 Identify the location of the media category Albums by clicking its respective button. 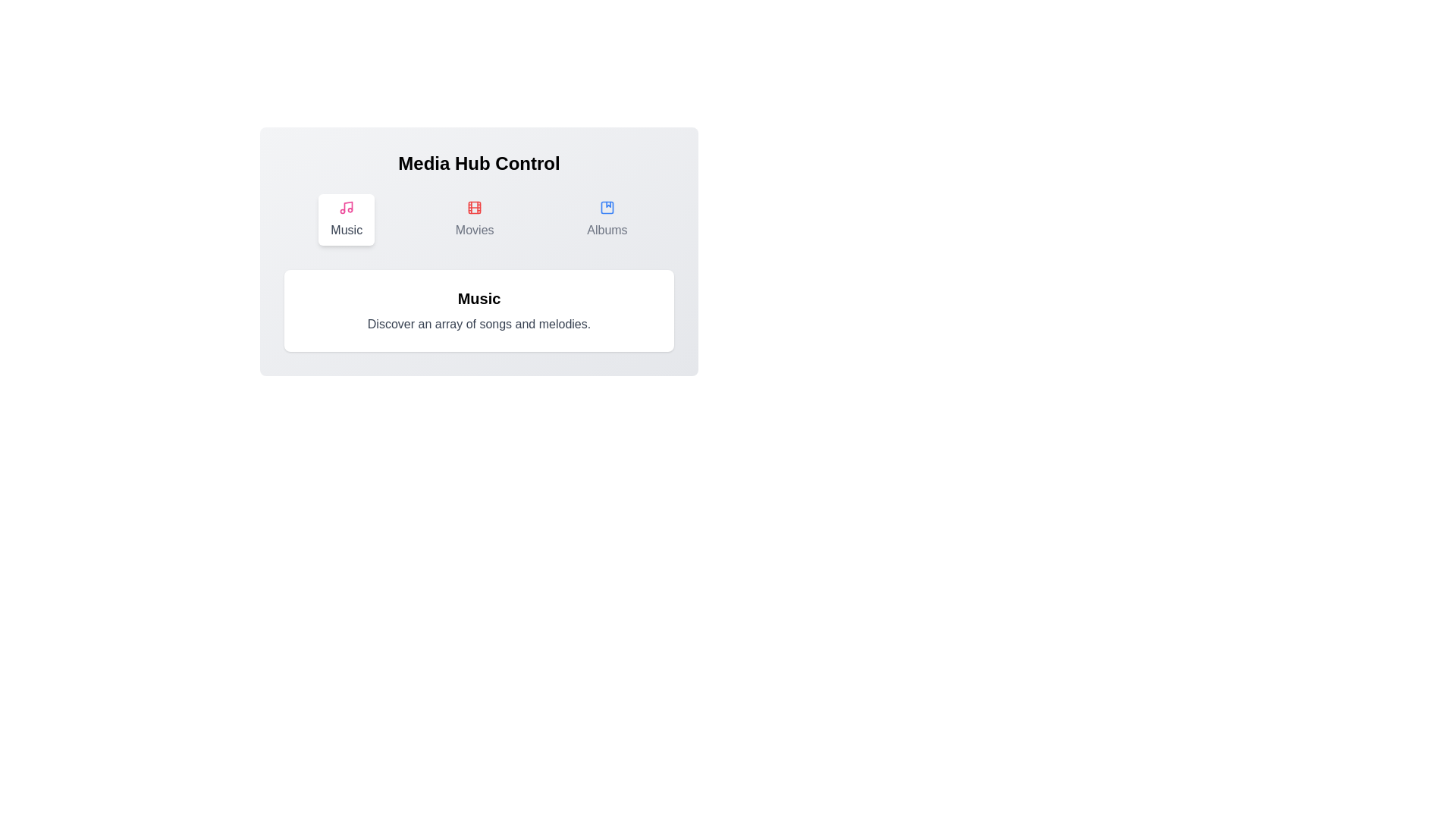
(607, 219).